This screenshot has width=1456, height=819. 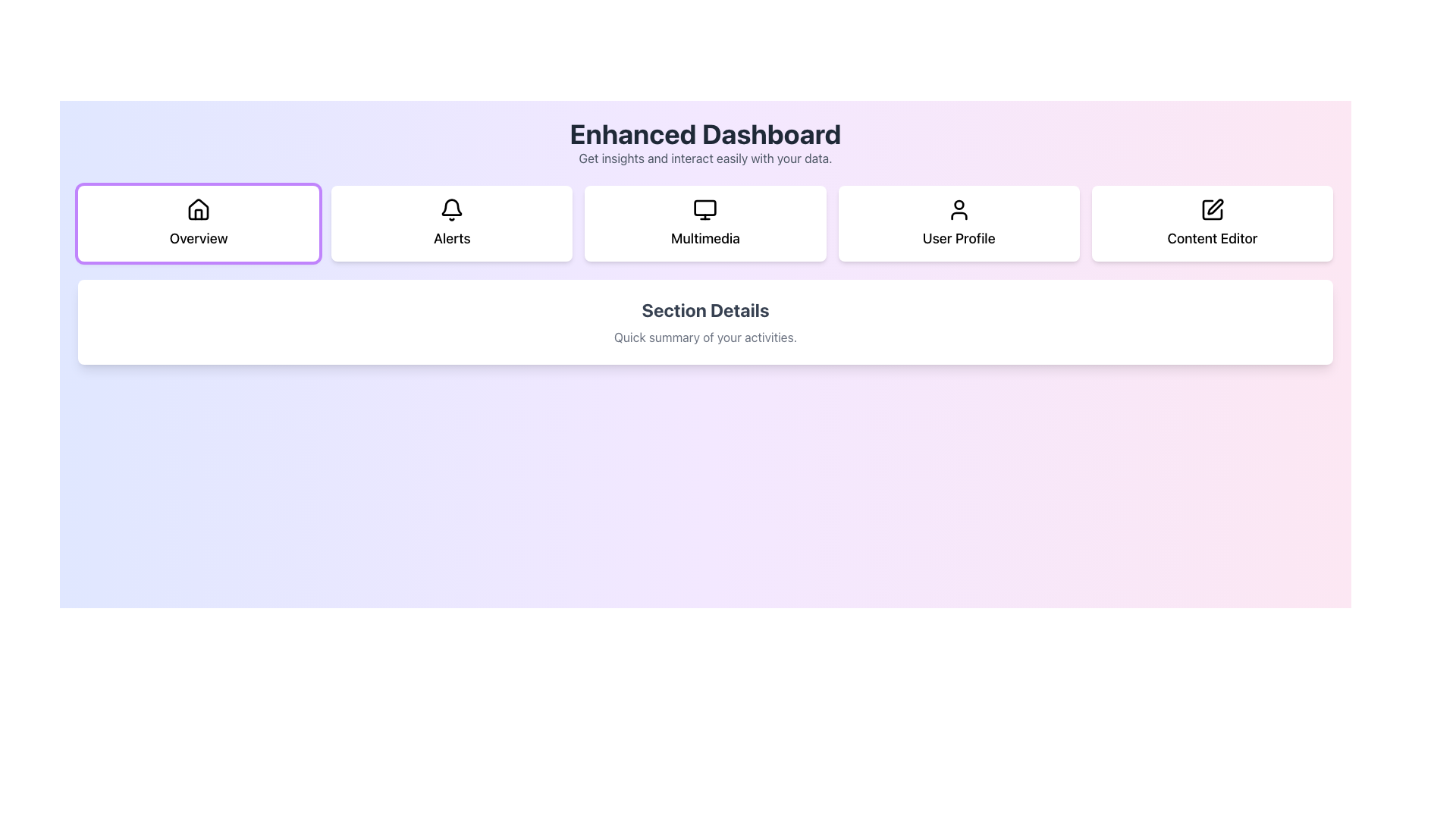 I want to click on the 'Content Editor' text label, so click(x=1211, y=239).